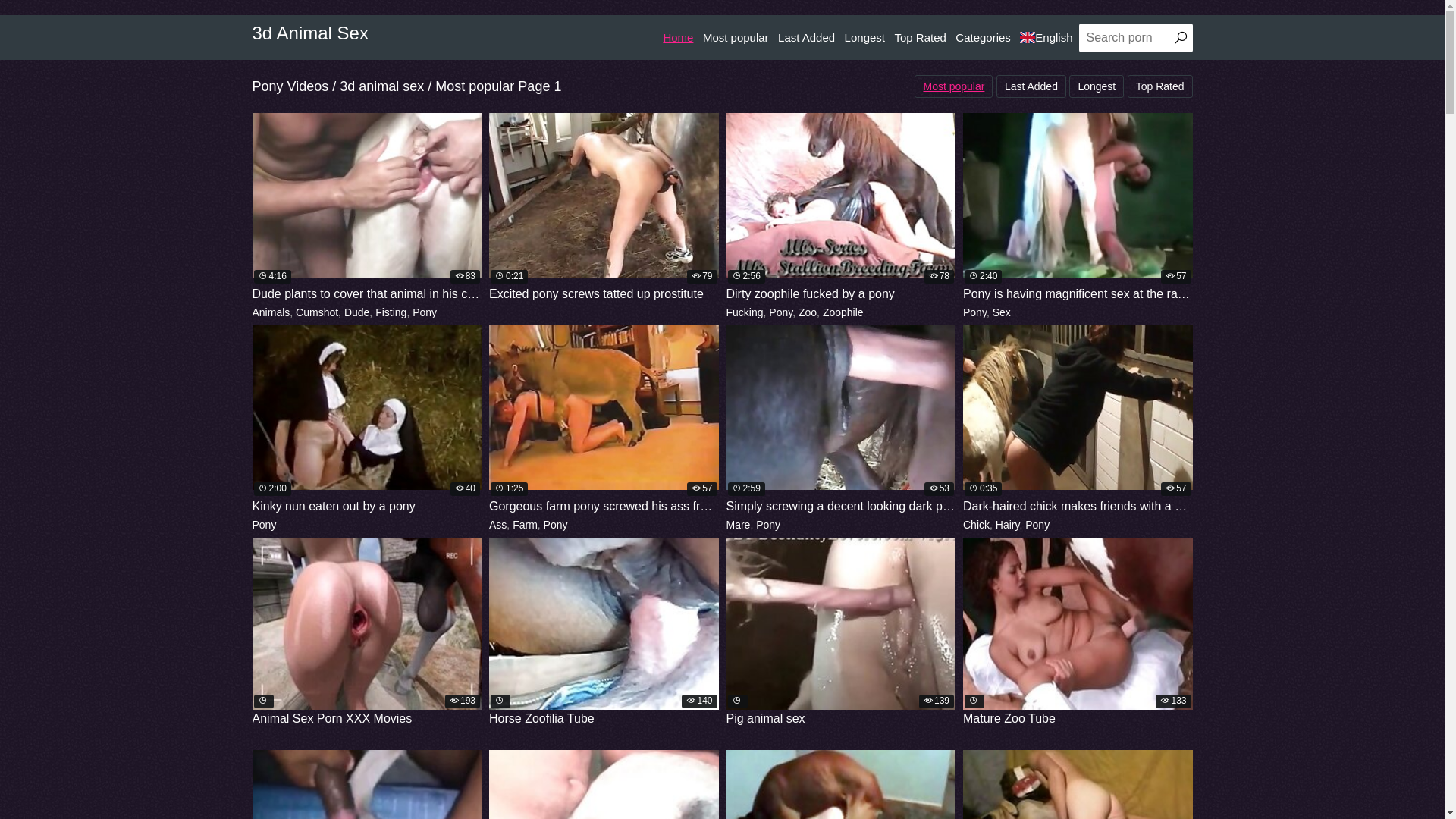 The width and height of the screenshot is (1456, 819). I want to click on '133, so click(1077, 632).